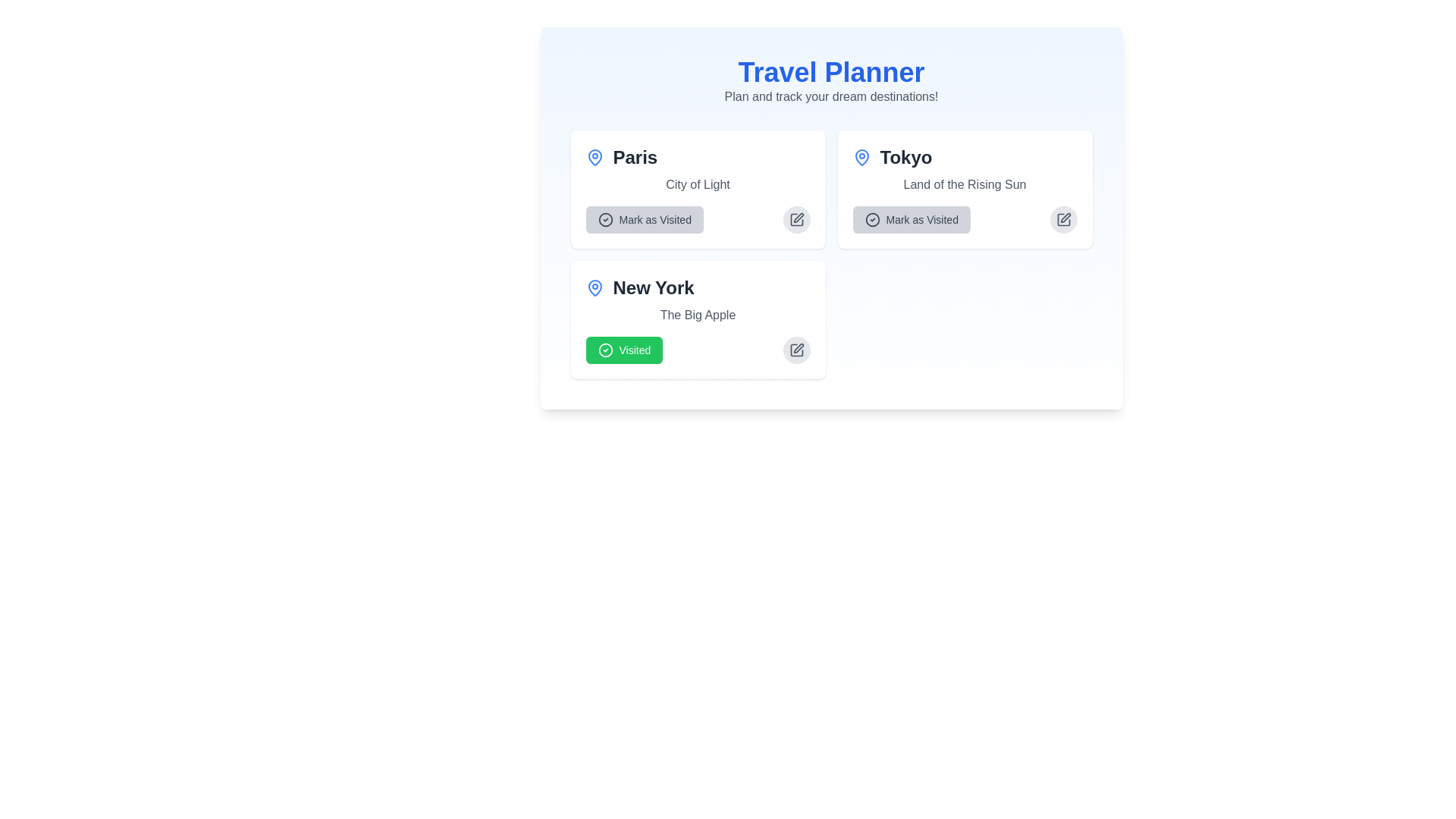 The width and height of the screenshot is (1456, 819). Describe the element at coordinates (654, 288) in the screenshot. I see `the text element labeled 'New York', which is positioned centrally below the main heading in a travel-related interface` at that location.